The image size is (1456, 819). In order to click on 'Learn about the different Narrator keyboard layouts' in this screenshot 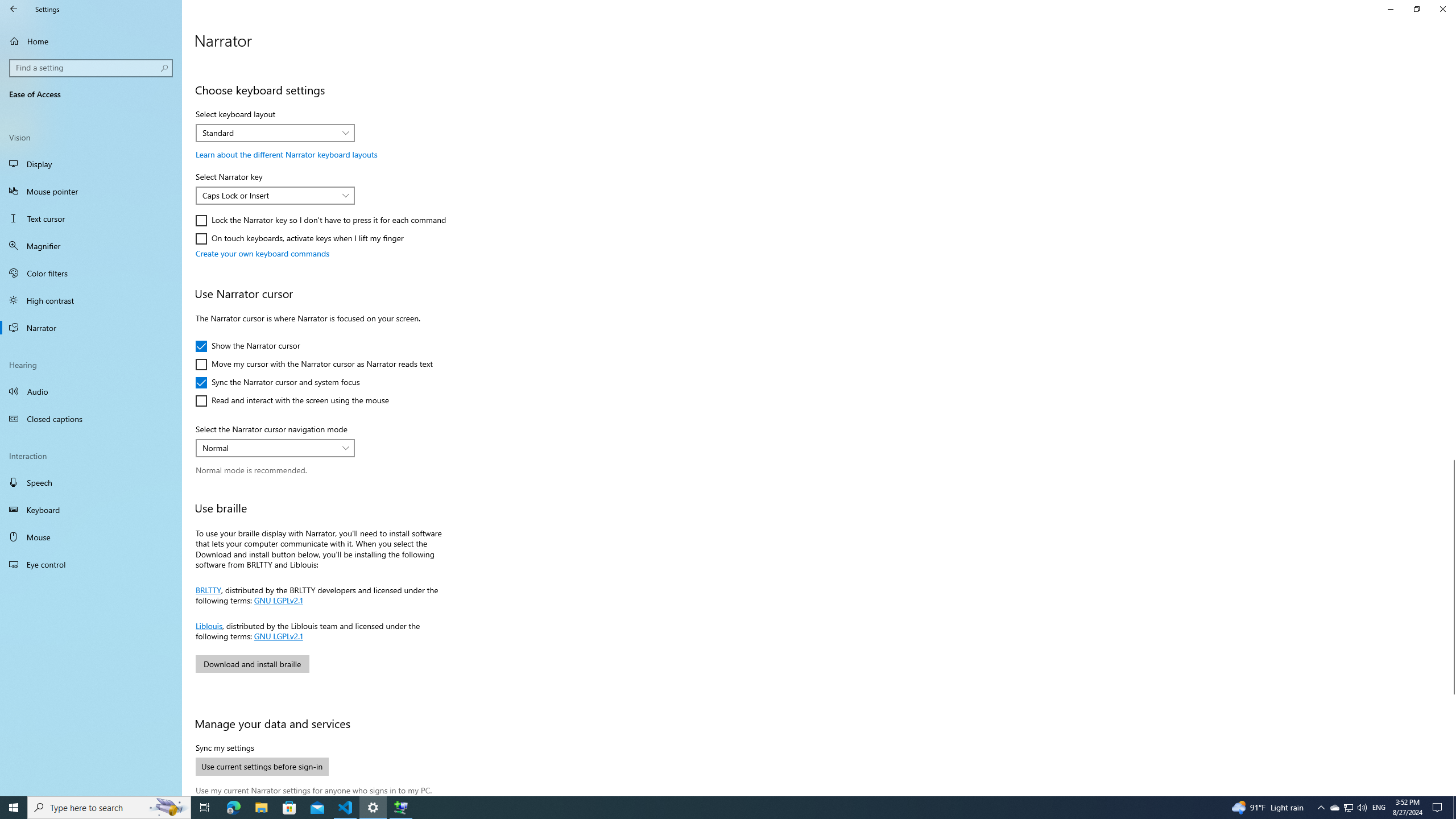, I will do `click(286, 154)`.